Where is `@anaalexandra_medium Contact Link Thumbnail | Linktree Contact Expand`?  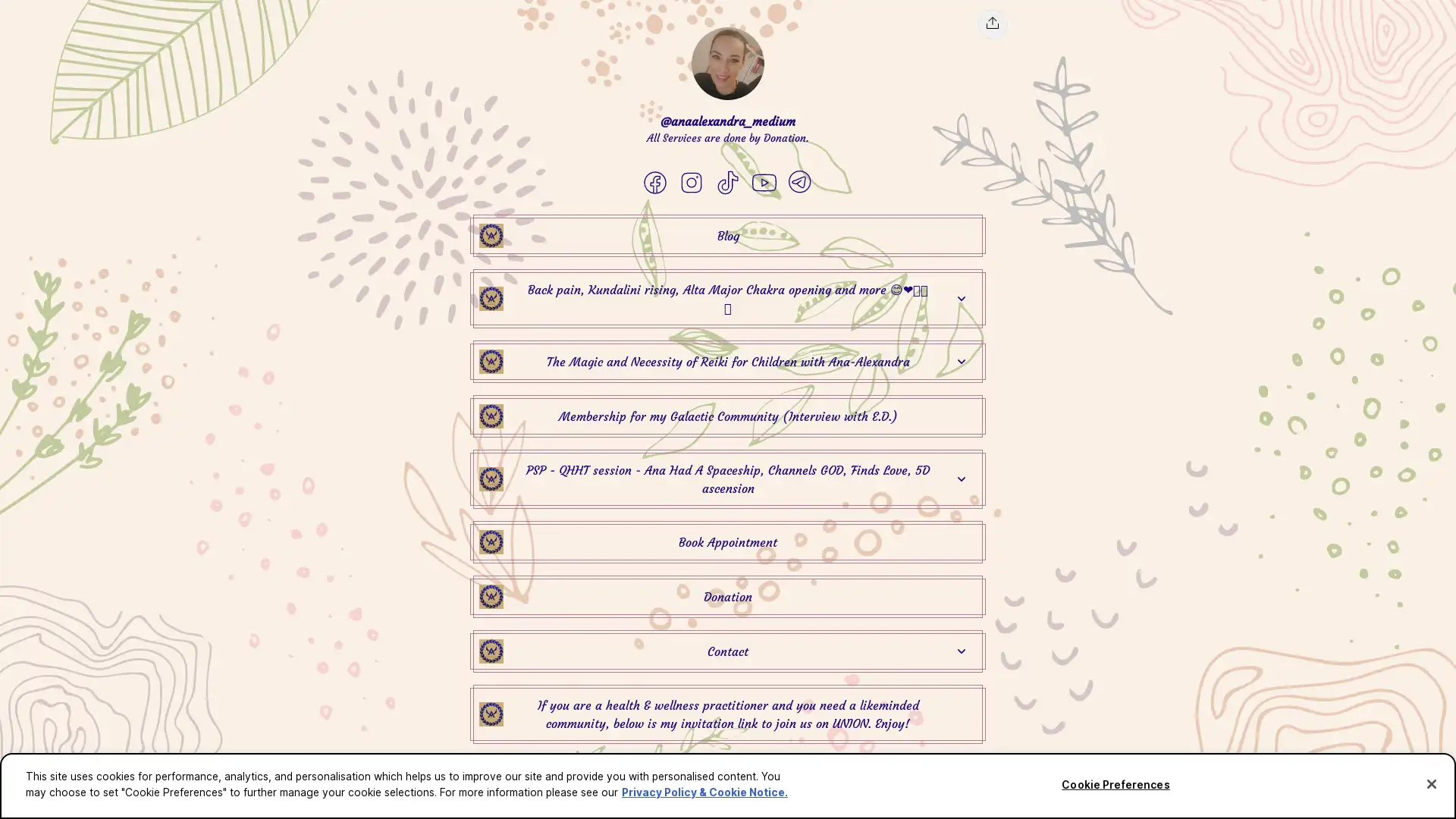
@anaalexandra_medium Contact Link Thumbnail | Linktree Contact Expand is located at coordinates (728, 651).